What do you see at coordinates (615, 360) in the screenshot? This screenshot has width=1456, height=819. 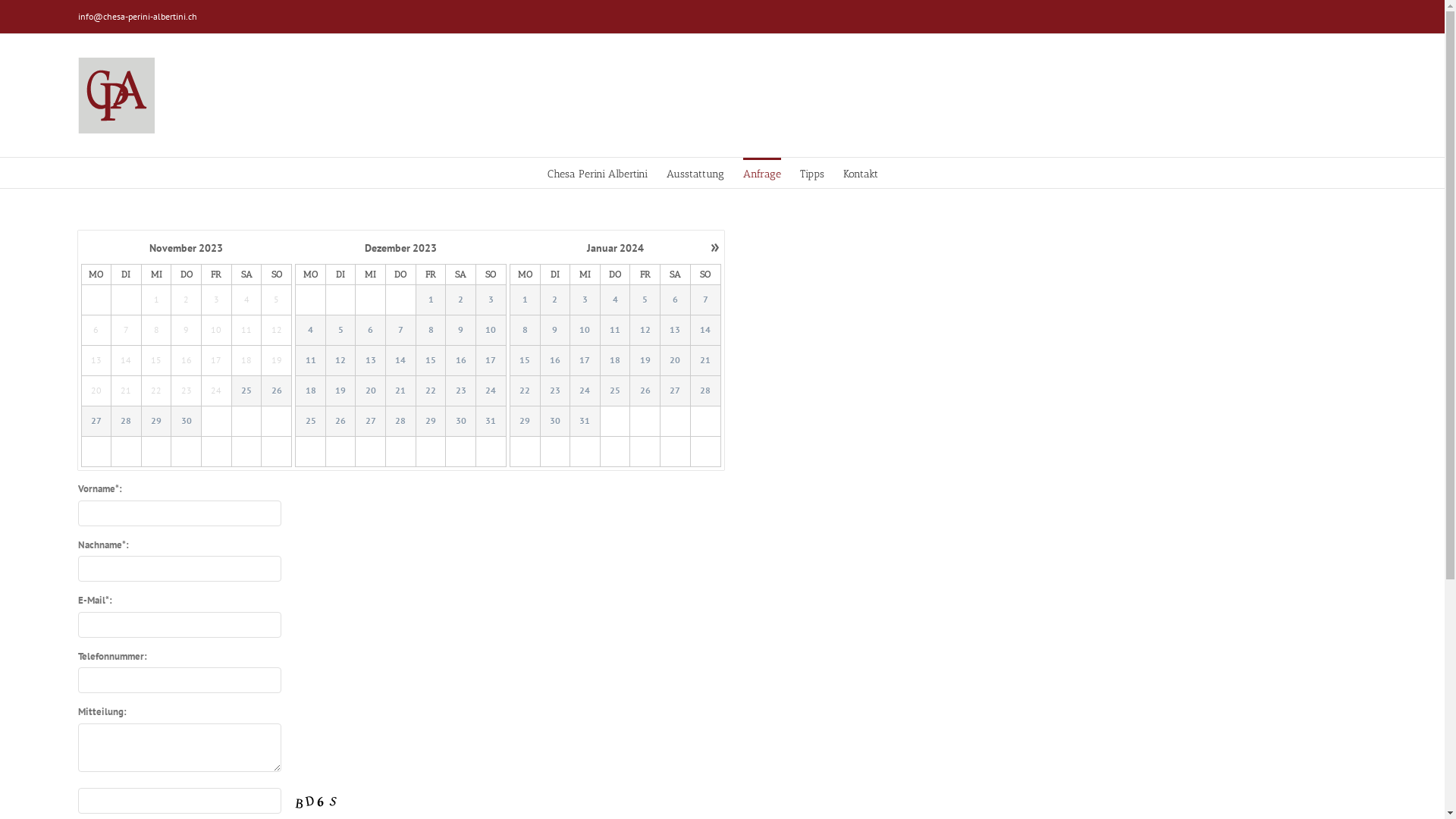 I see `'18'` at bounding box center [615, 360].